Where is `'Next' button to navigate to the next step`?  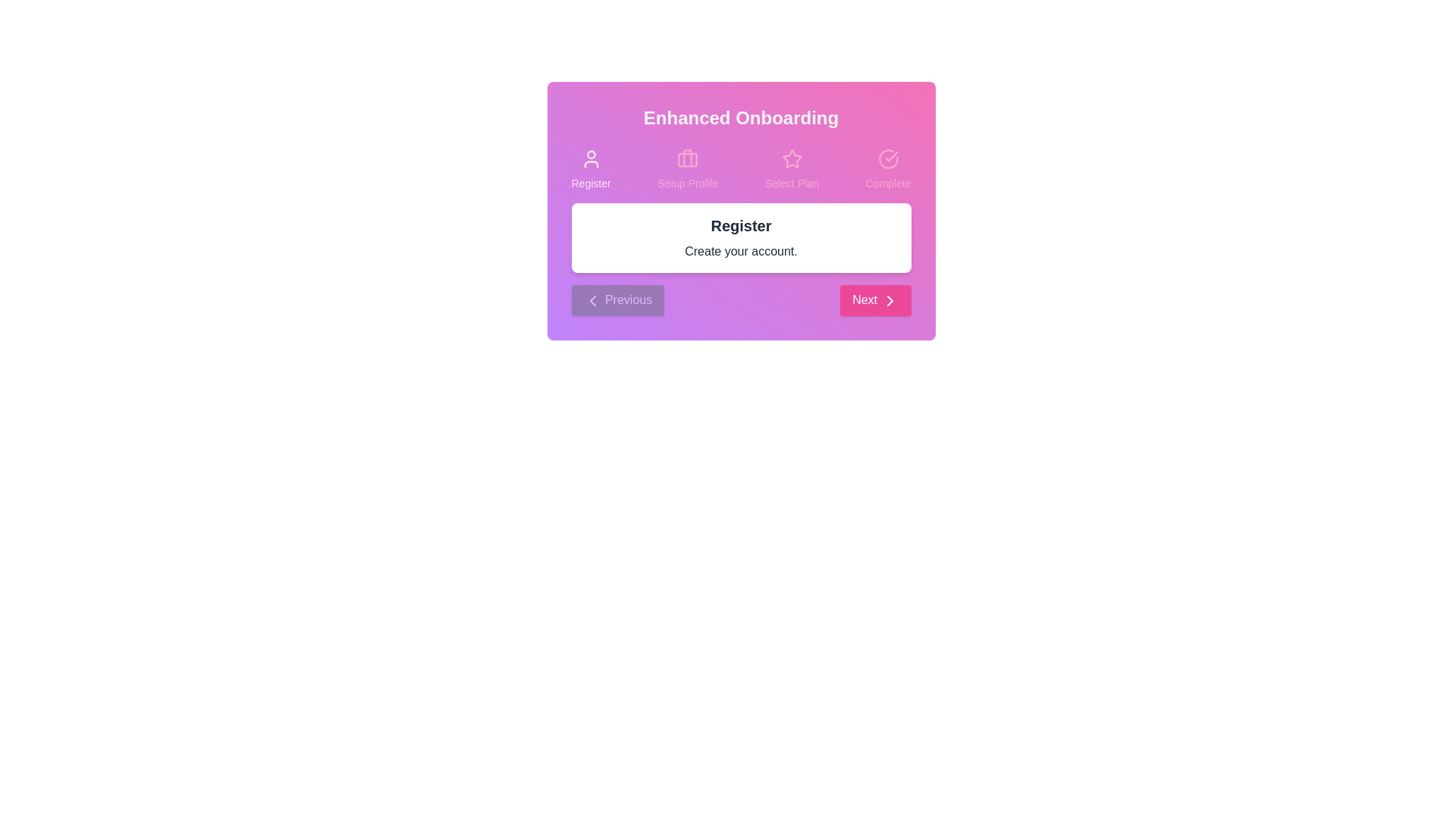
'Next' button to navigate to the next step is located at coordinates (874, 300).